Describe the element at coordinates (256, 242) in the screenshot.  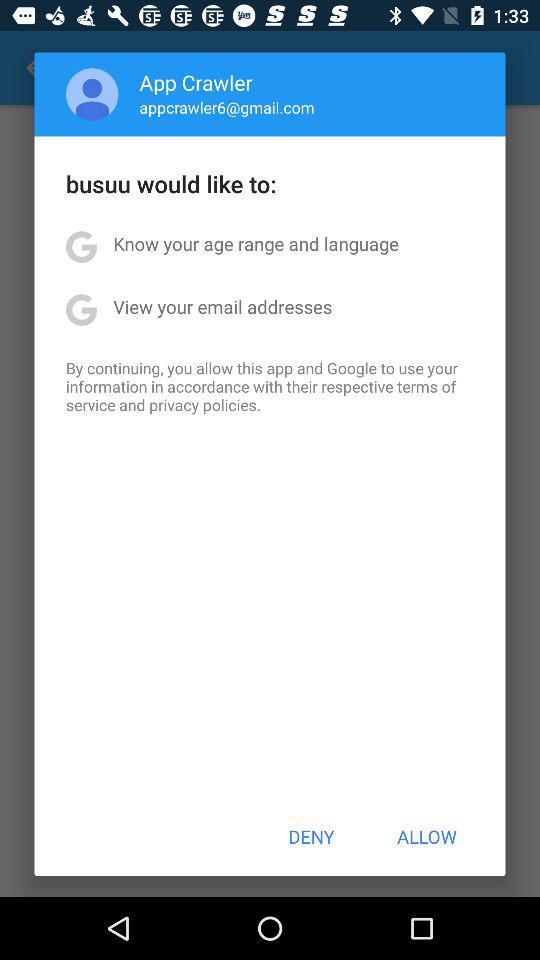
I see `the know your age icon` at that location.